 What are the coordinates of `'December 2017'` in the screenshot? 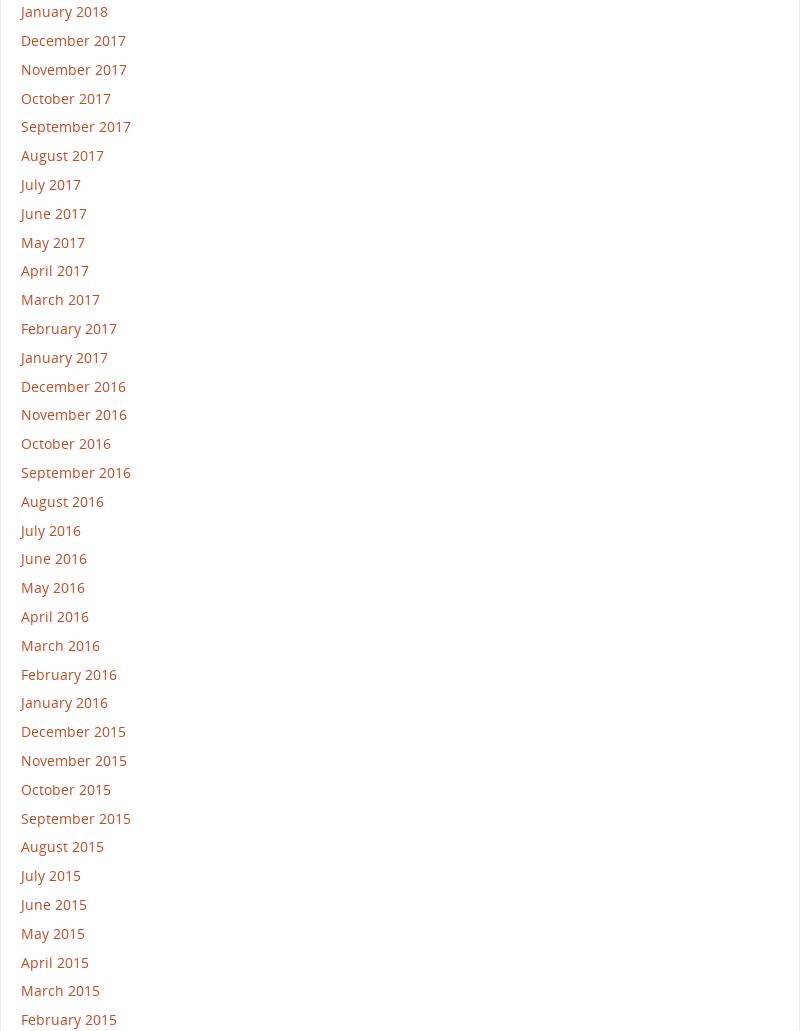 It's located at (73, 40).